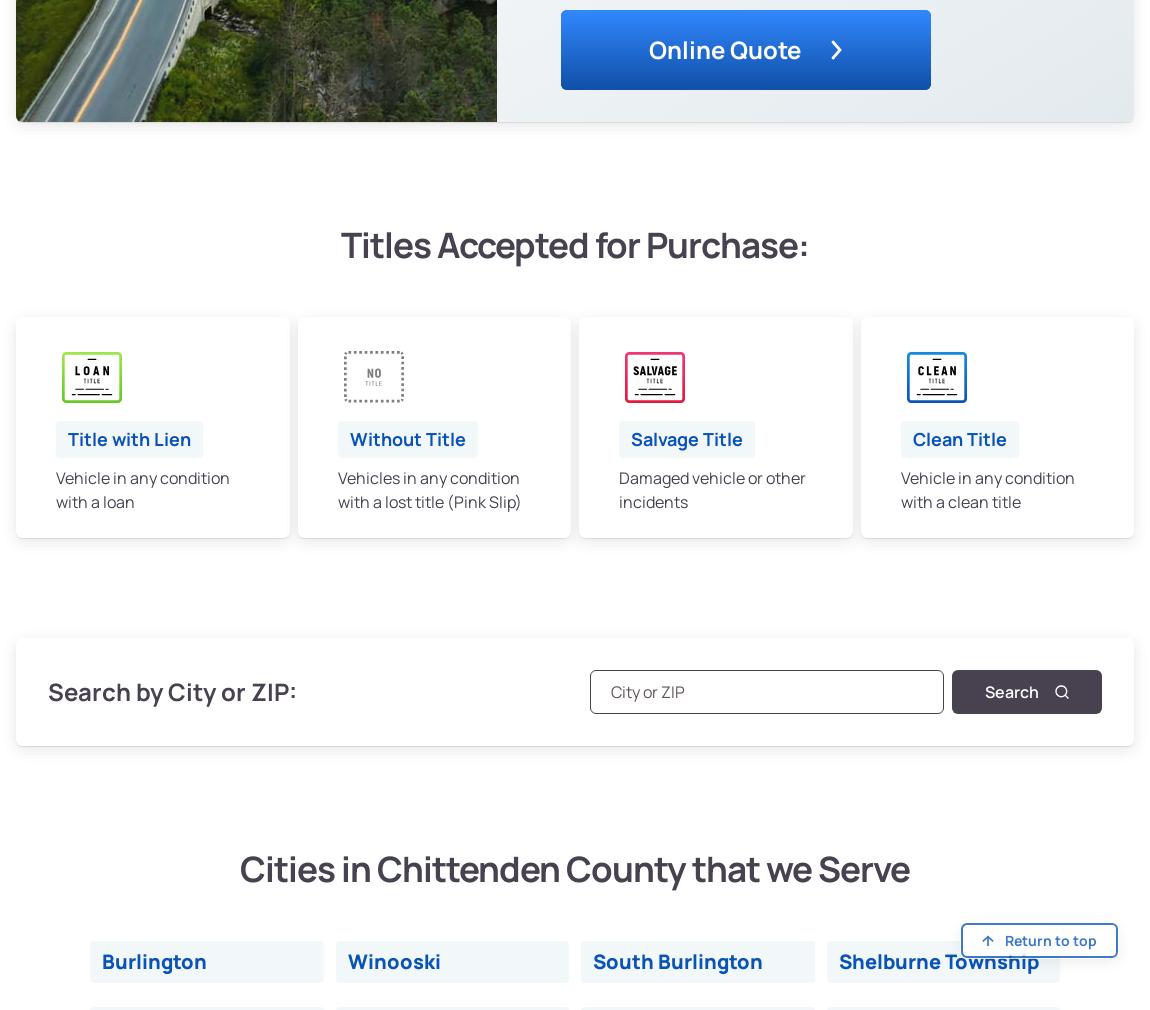 The height and width of the screenshot is (1010, 1150). Describe the element at coordinates (987, 489) in the screenshot. I see `'Vehicle in any condition with a clean title'` at that location.